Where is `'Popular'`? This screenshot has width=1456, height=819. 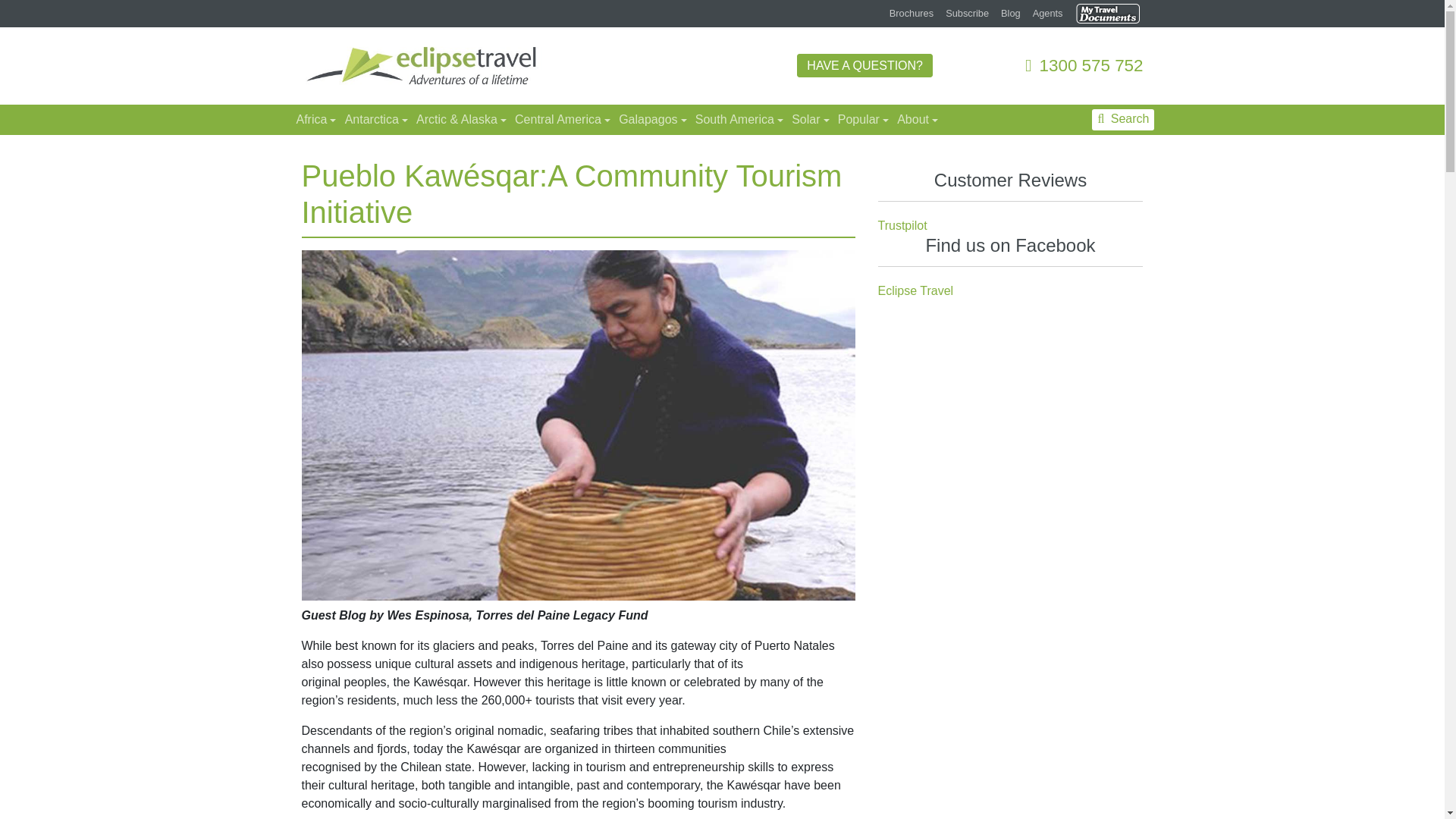
'Popular' is located at coordinates (861, 119).